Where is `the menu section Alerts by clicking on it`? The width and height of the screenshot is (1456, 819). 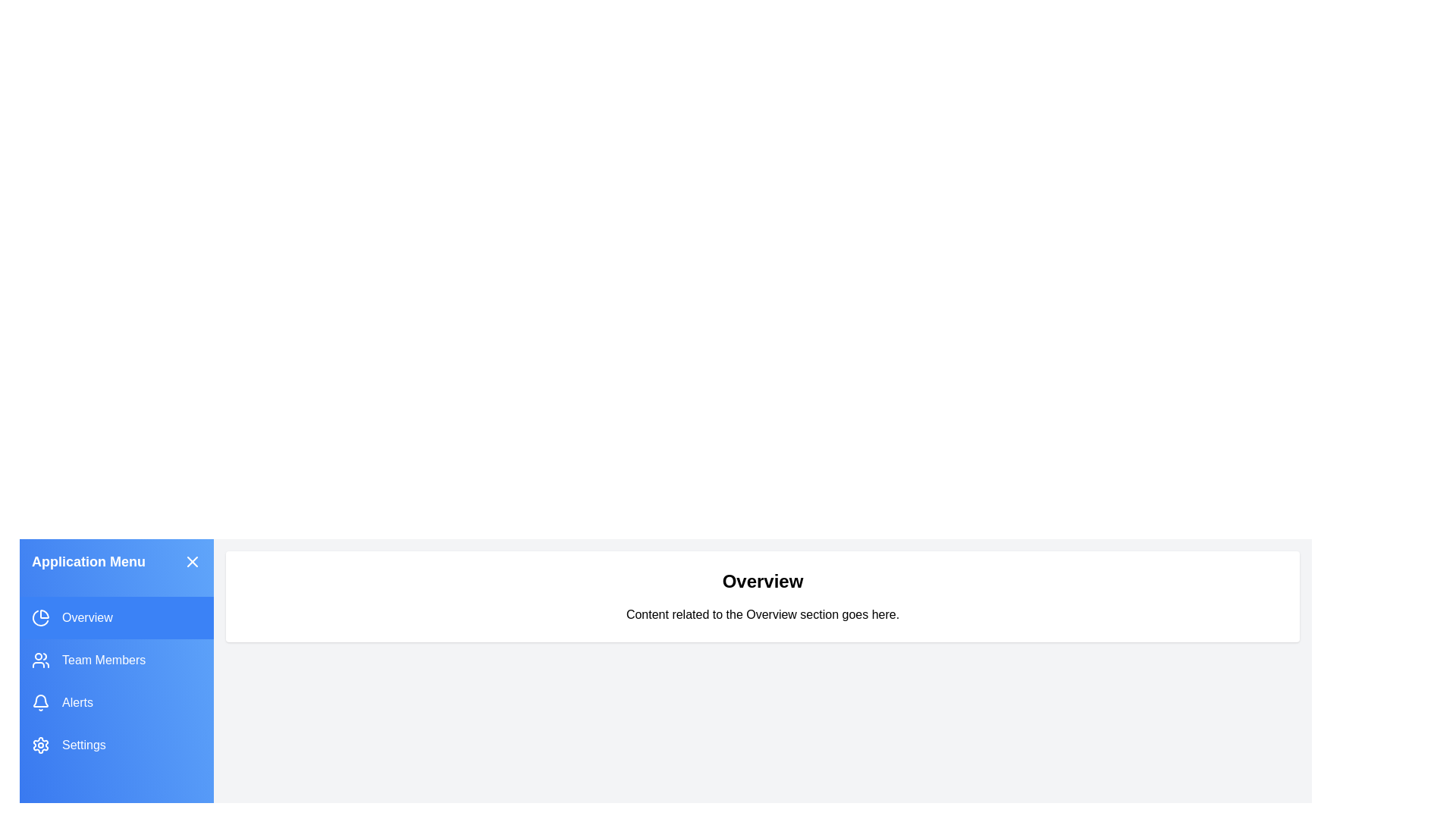
the menu section Alerts by clicking on it is located at coordinates (115, 702).